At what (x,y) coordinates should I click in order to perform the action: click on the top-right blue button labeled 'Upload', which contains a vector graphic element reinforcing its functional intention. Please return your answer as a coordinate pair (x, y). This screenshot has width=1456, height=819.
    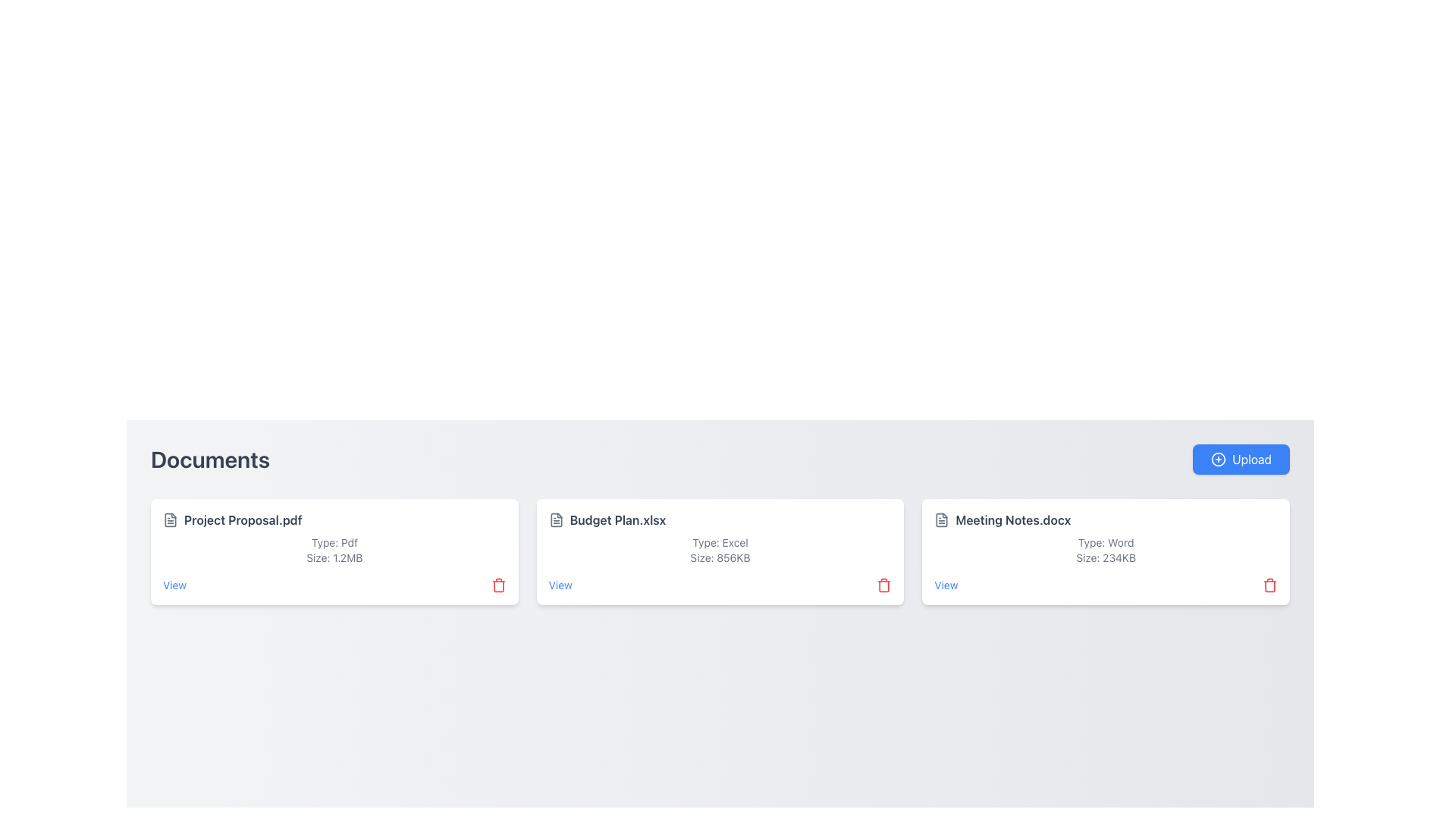
    Looking at the image, I should click on (1219, 458).